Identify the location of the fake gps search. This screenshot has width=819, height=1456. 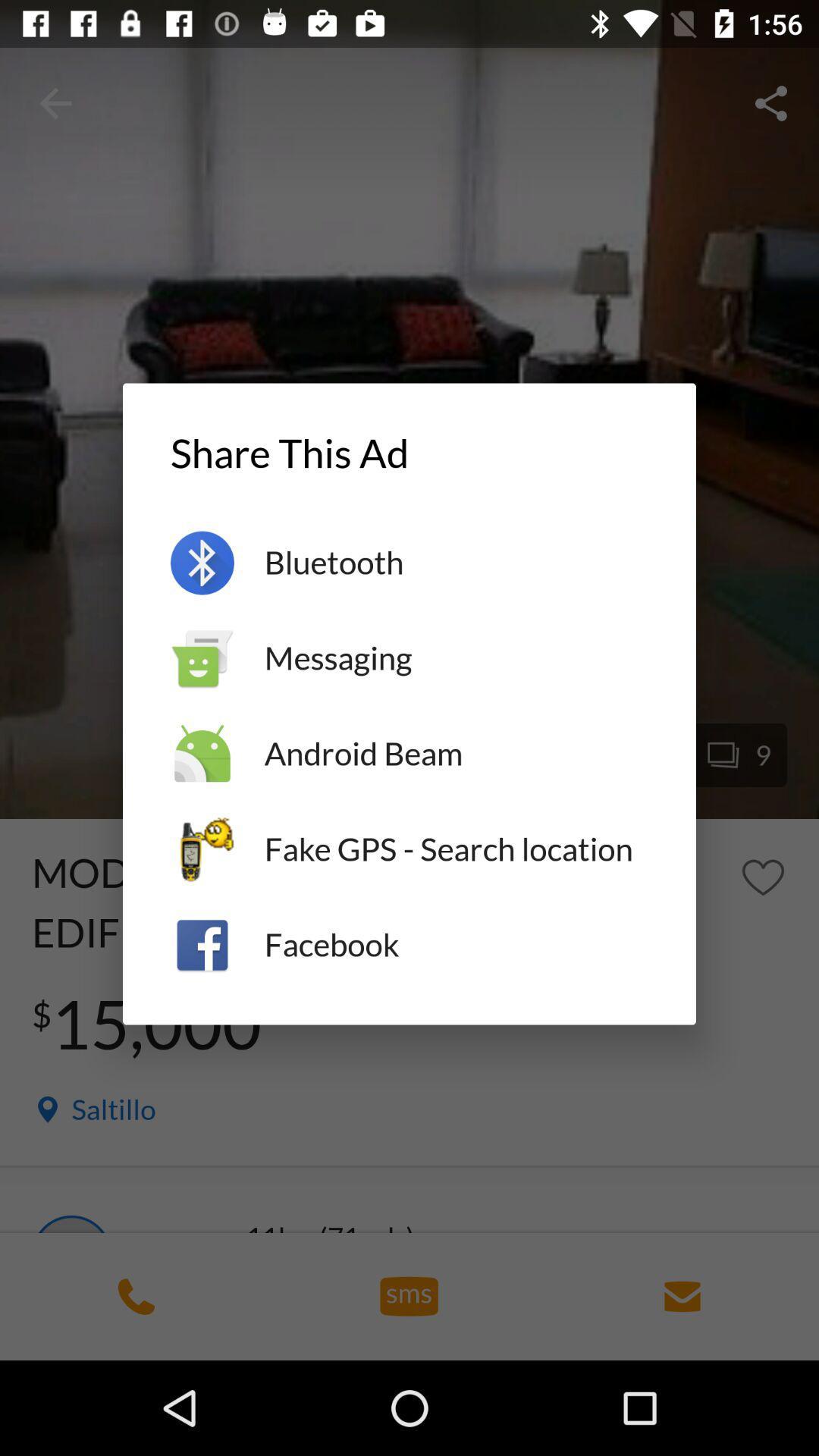
(455, 849).